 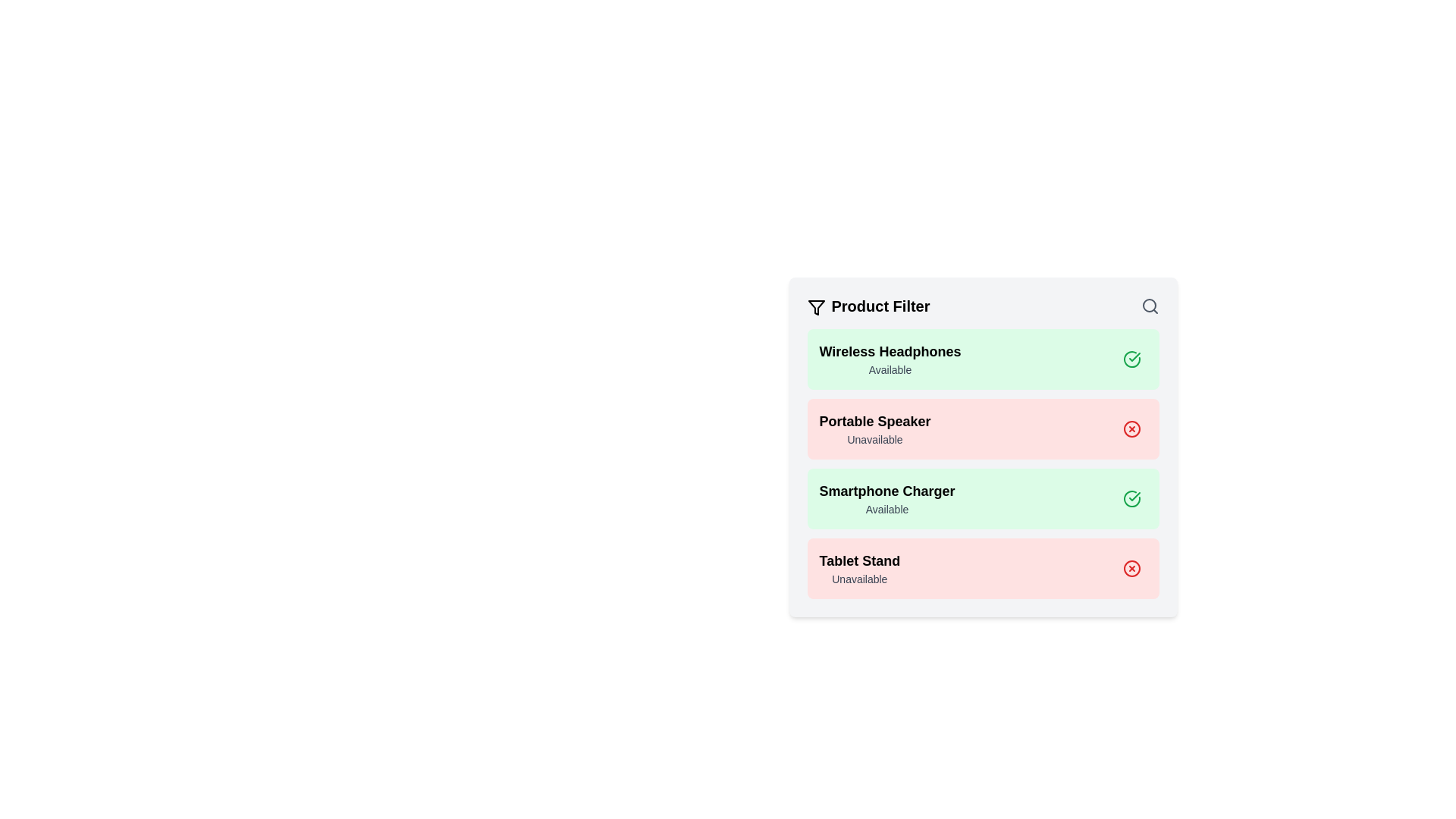 What do you see at coordinates (887, 509) in the screenshot?
I see `the static text element that contains the text 'Available', which is styled with a small font size and gray color, located beneath the label 'Smartphone Charger' in a green-colored card` at bounding box center [887, 509].